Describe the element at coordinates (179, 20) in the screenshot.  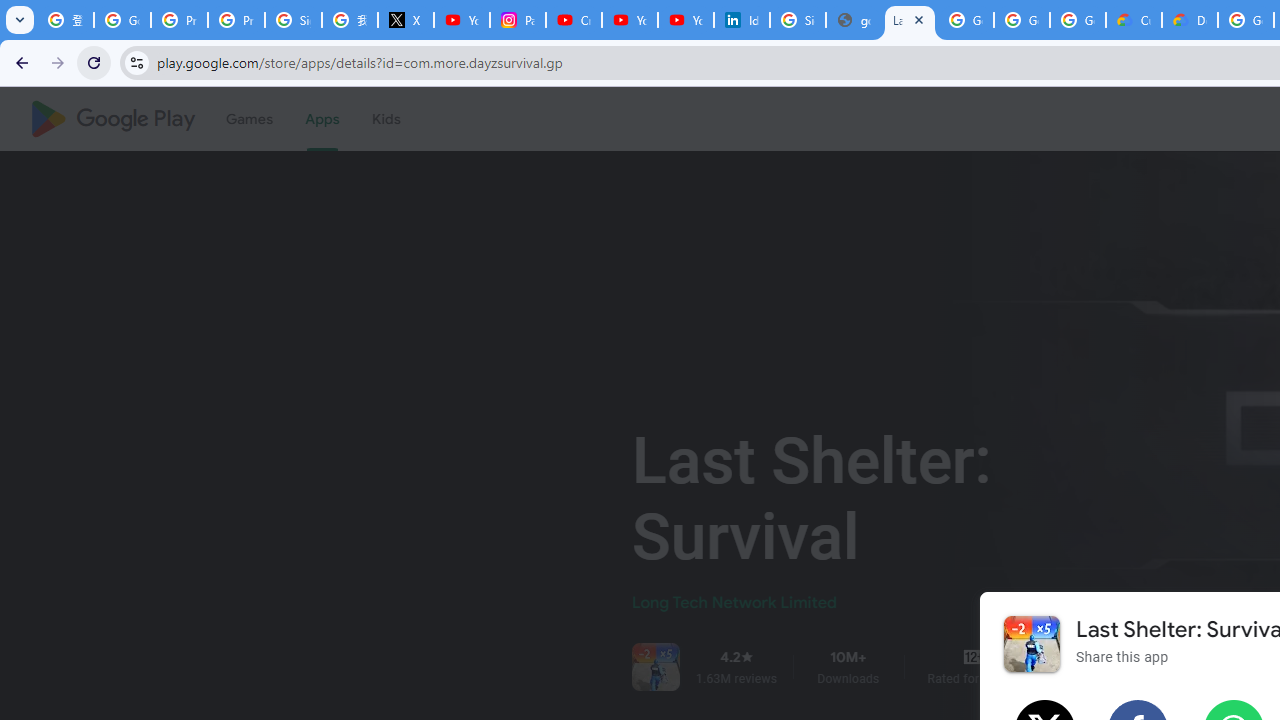
I see `'Privacy Help Center - Policies Help'` at that location.